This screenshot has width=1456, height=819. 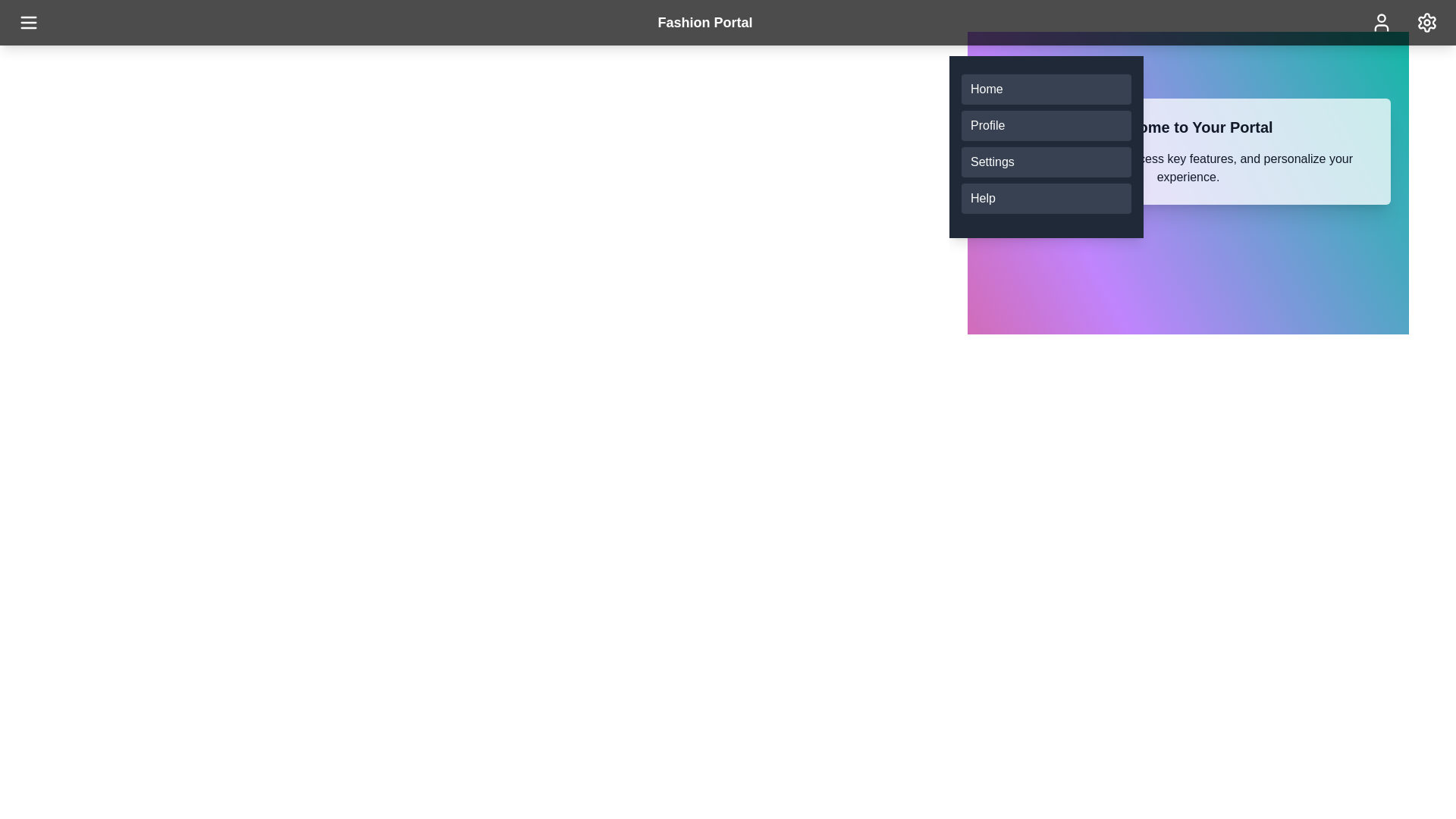 I want to click on the settings button located at the top-right corner of the app bar, so click(x=1426, y=23).